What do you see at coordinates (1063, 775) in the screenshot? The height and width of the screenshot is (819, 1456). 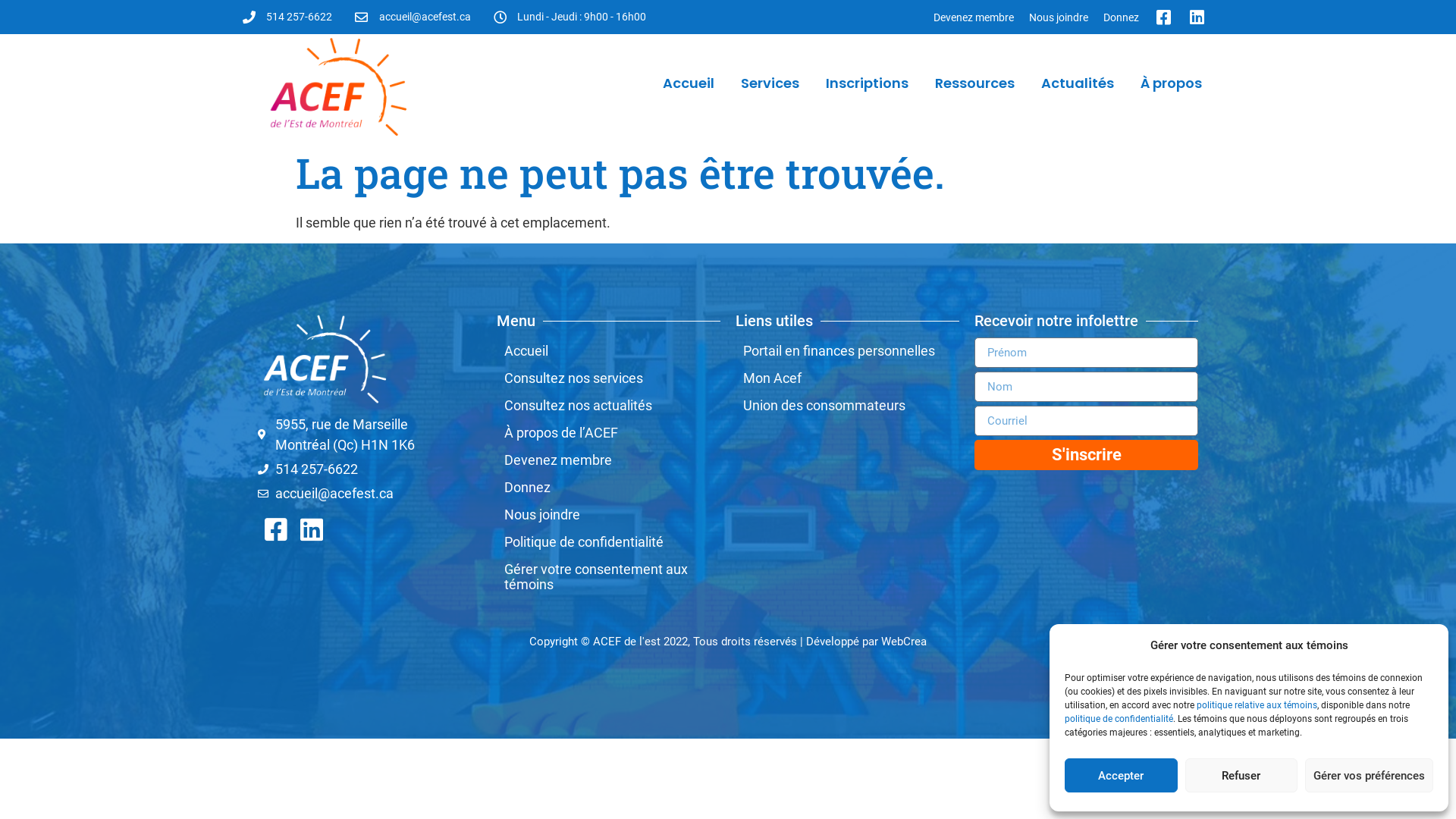 I see `'Accepter'` at bounding box center [1063, 775].